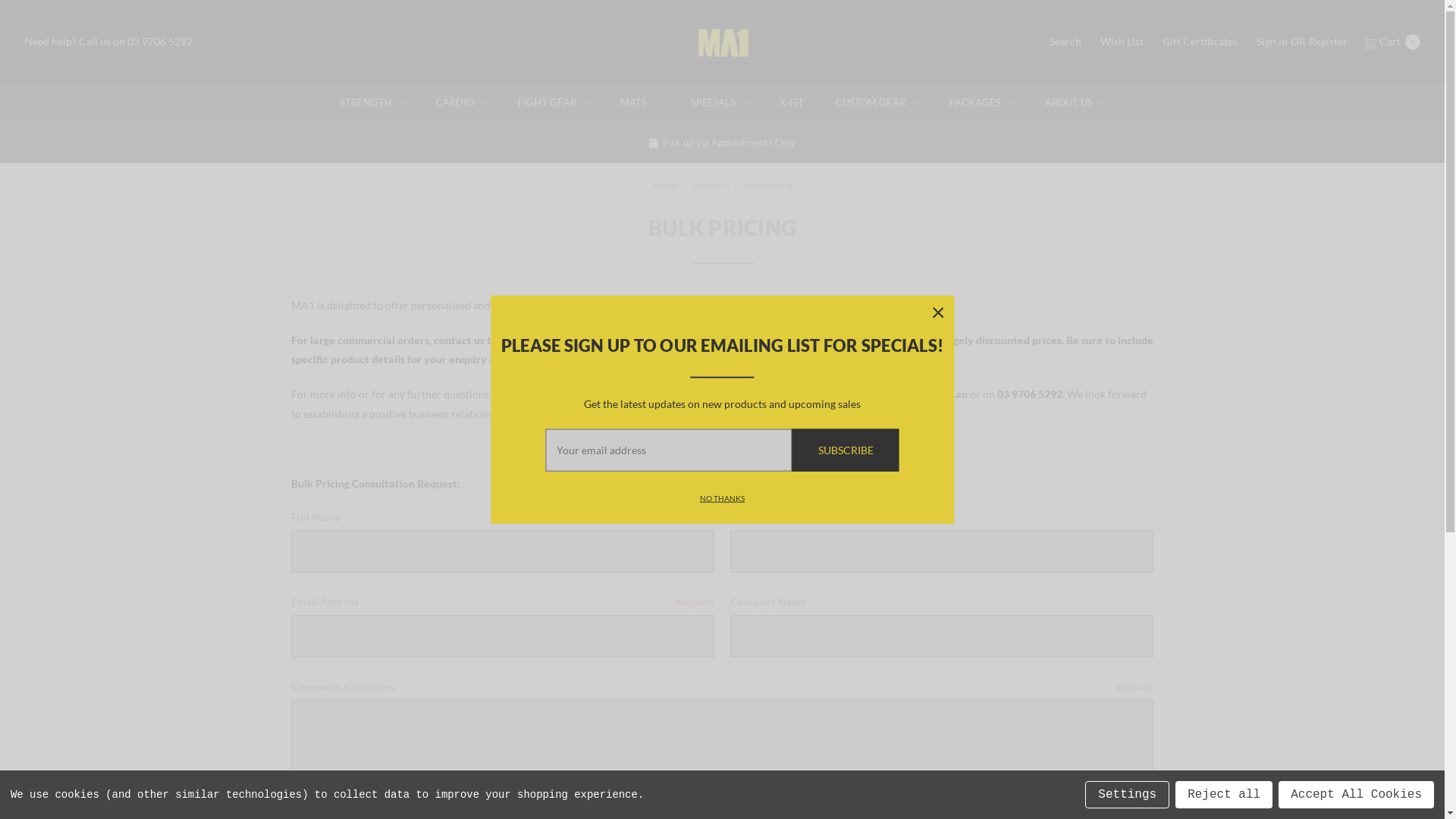 The image size is (1456, 819). What do you see at coordinates (460, 102) in the screenshot?
I see `'CARDIO'` at bounding box center [460, 102].